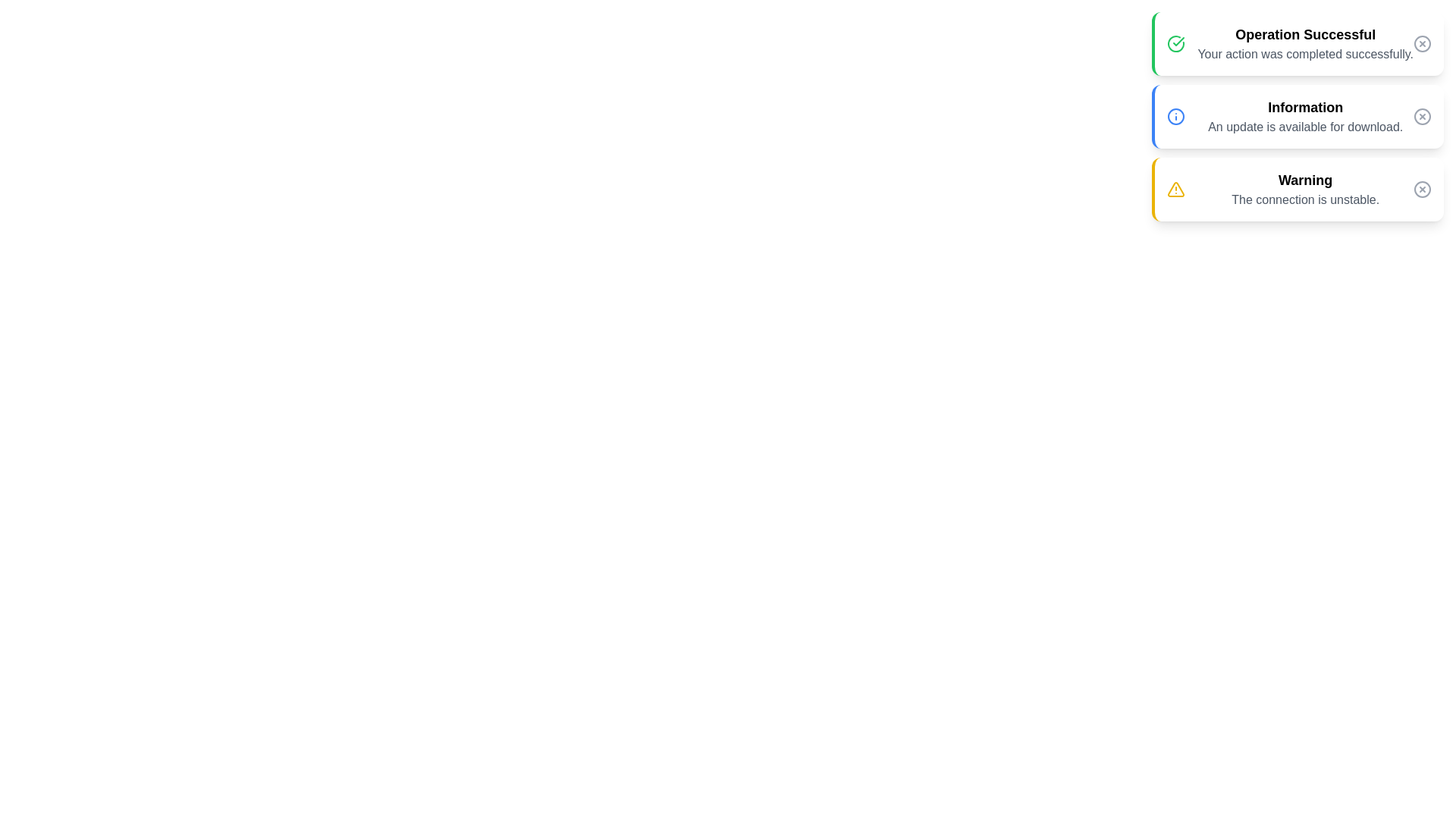  I want to click on dismiss button for the notification with title Warning, so click(1422, 189).